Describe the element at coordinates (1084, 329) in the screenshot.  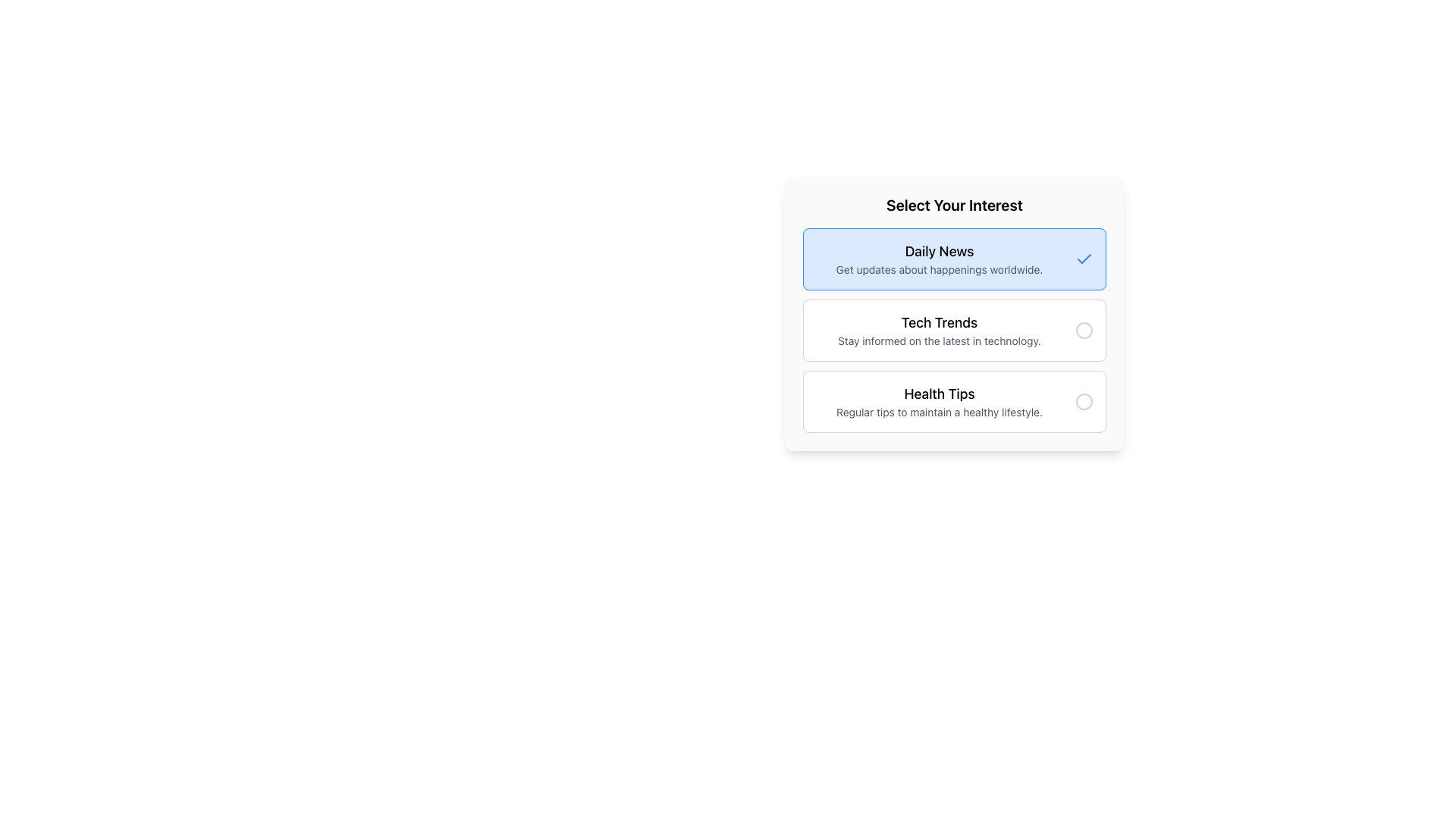
I see `the circular radio button indicator located at the center right of the 'Tech Trends' option` at that location.